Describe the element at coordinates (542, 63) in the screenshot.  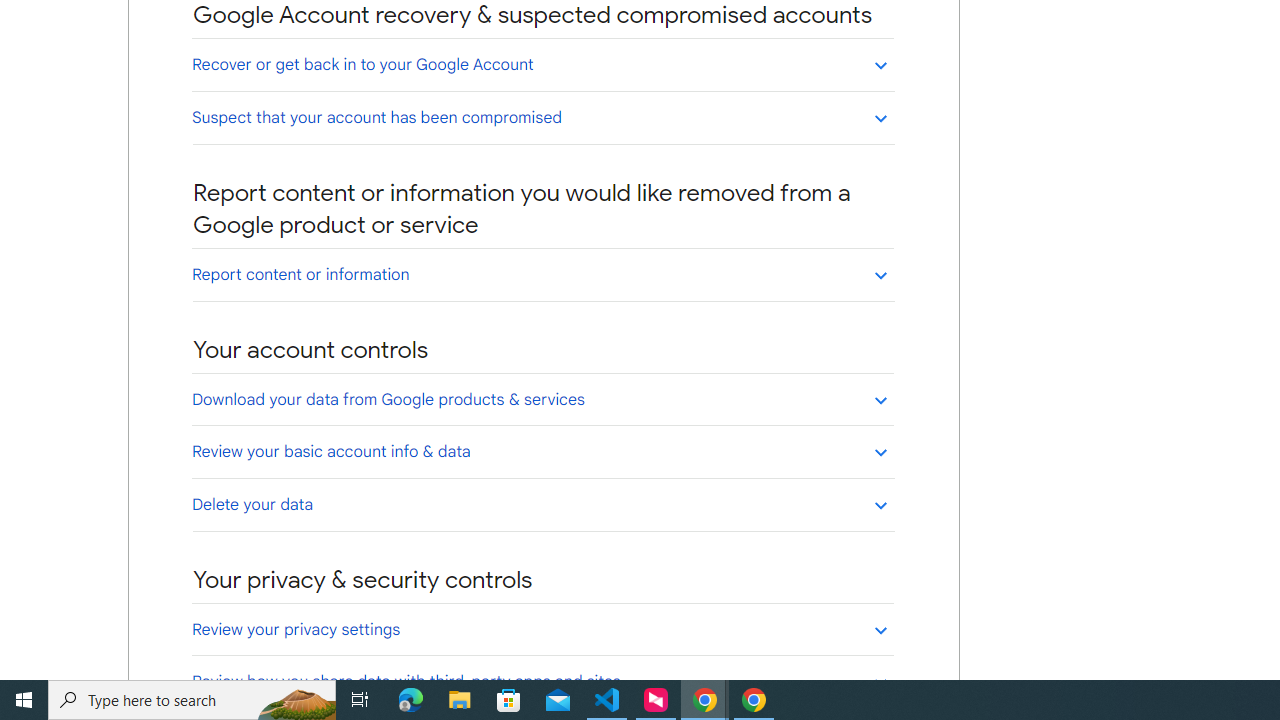
I see `'Recover or get back in to your Google Account'` at that location.